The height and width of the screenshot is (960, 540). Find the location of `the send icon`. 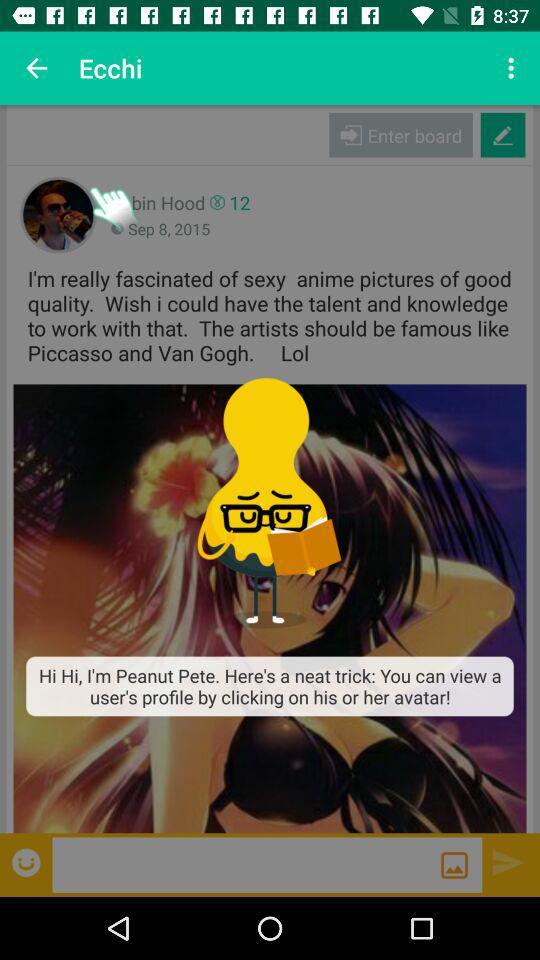

the send icon is located at coordinates (508, 861).